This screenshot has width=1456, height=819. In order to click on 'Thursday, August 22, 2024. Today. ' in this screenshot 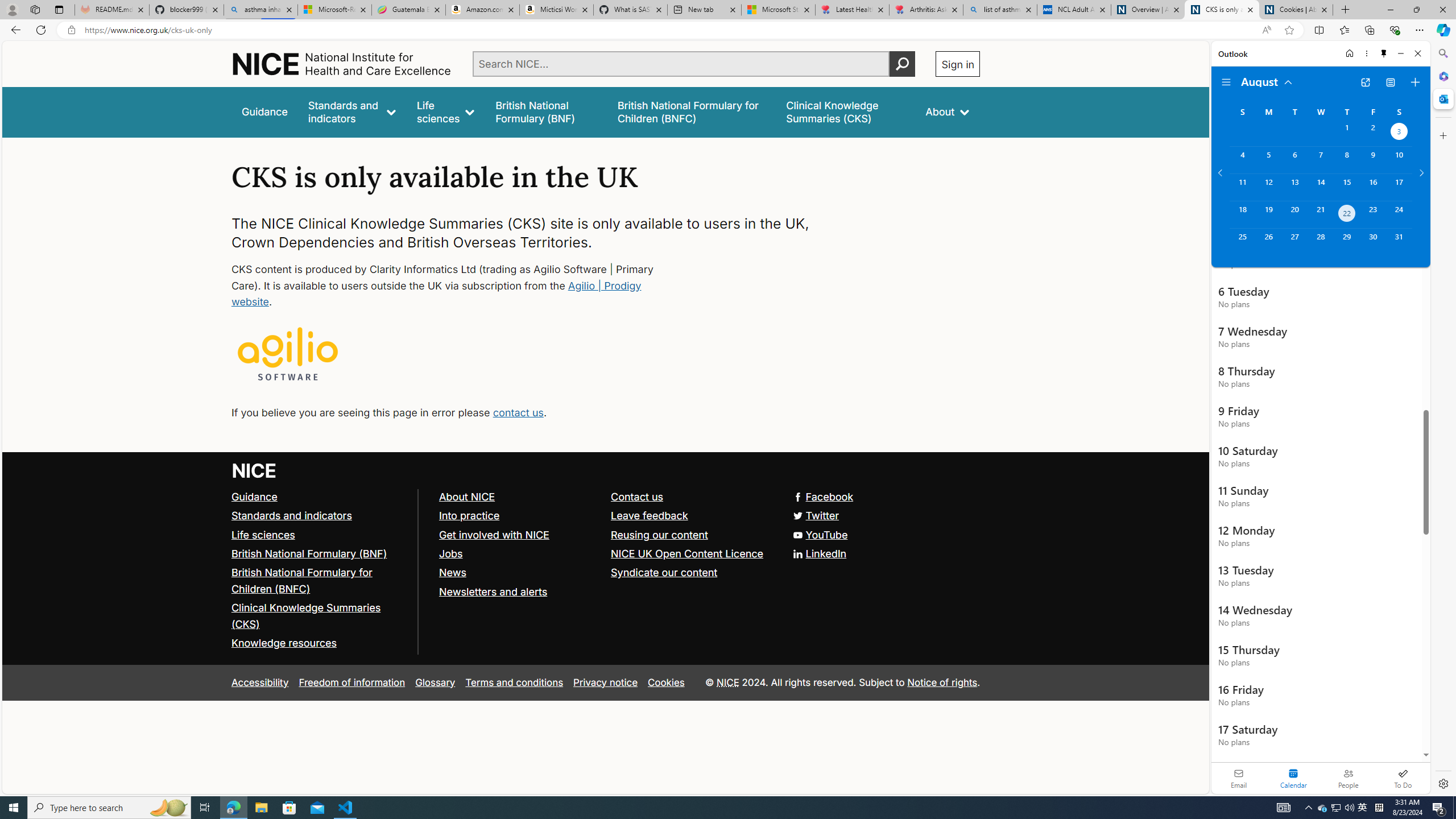, I will do `click(1347, 214)`.